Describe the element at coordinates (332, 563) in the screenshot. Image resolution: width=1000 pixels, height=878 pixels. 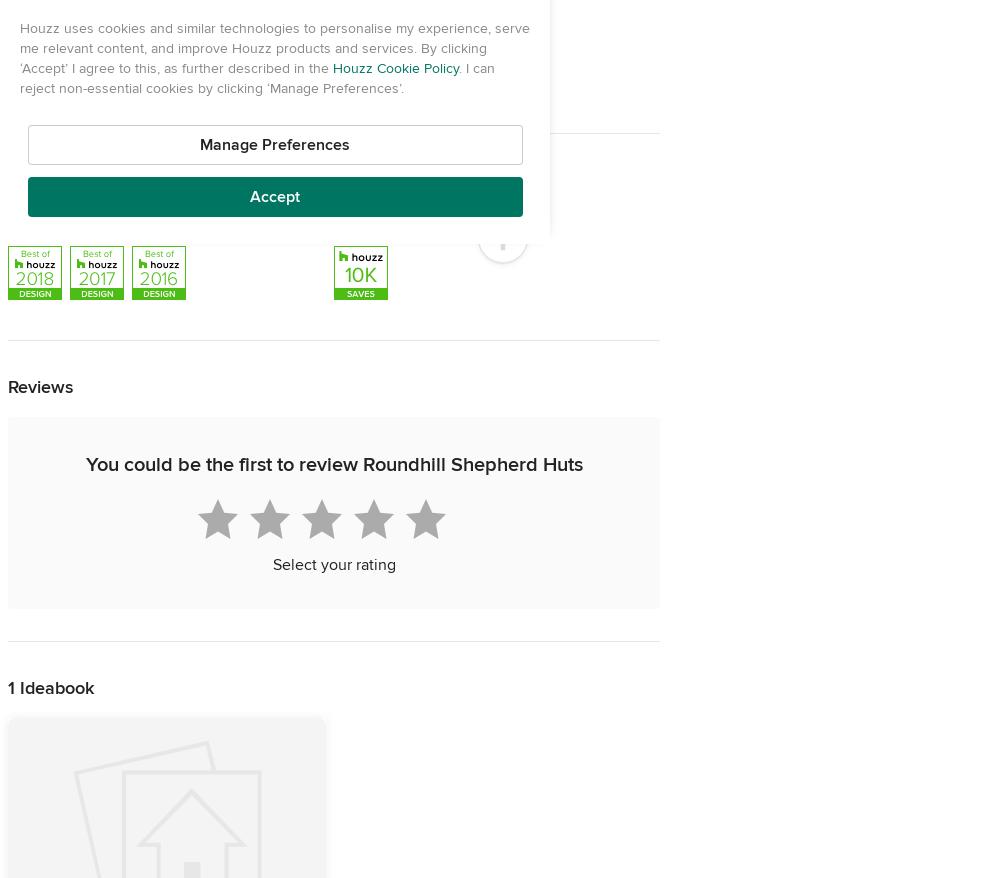
I see `'Select your rating'` at that location.